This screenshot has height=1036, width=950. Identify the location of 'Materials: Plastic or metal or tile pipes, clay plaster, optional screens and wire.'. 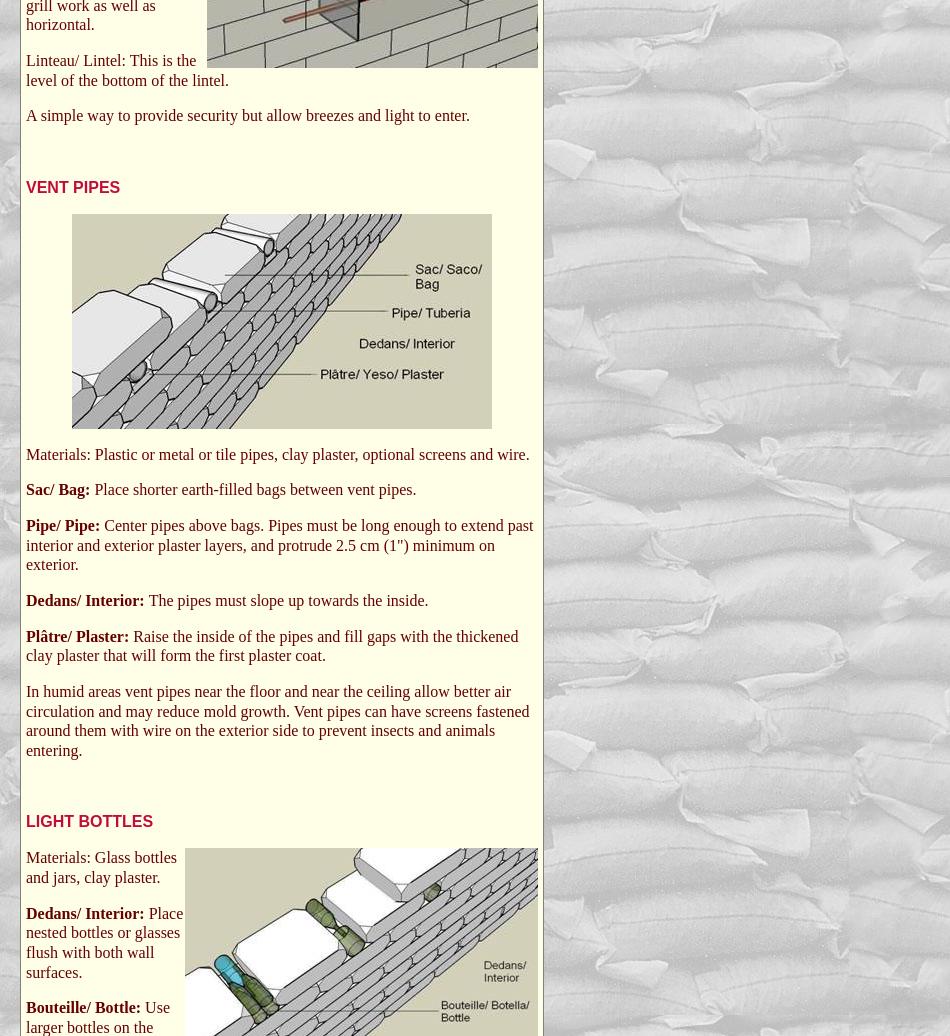
(276, 453).